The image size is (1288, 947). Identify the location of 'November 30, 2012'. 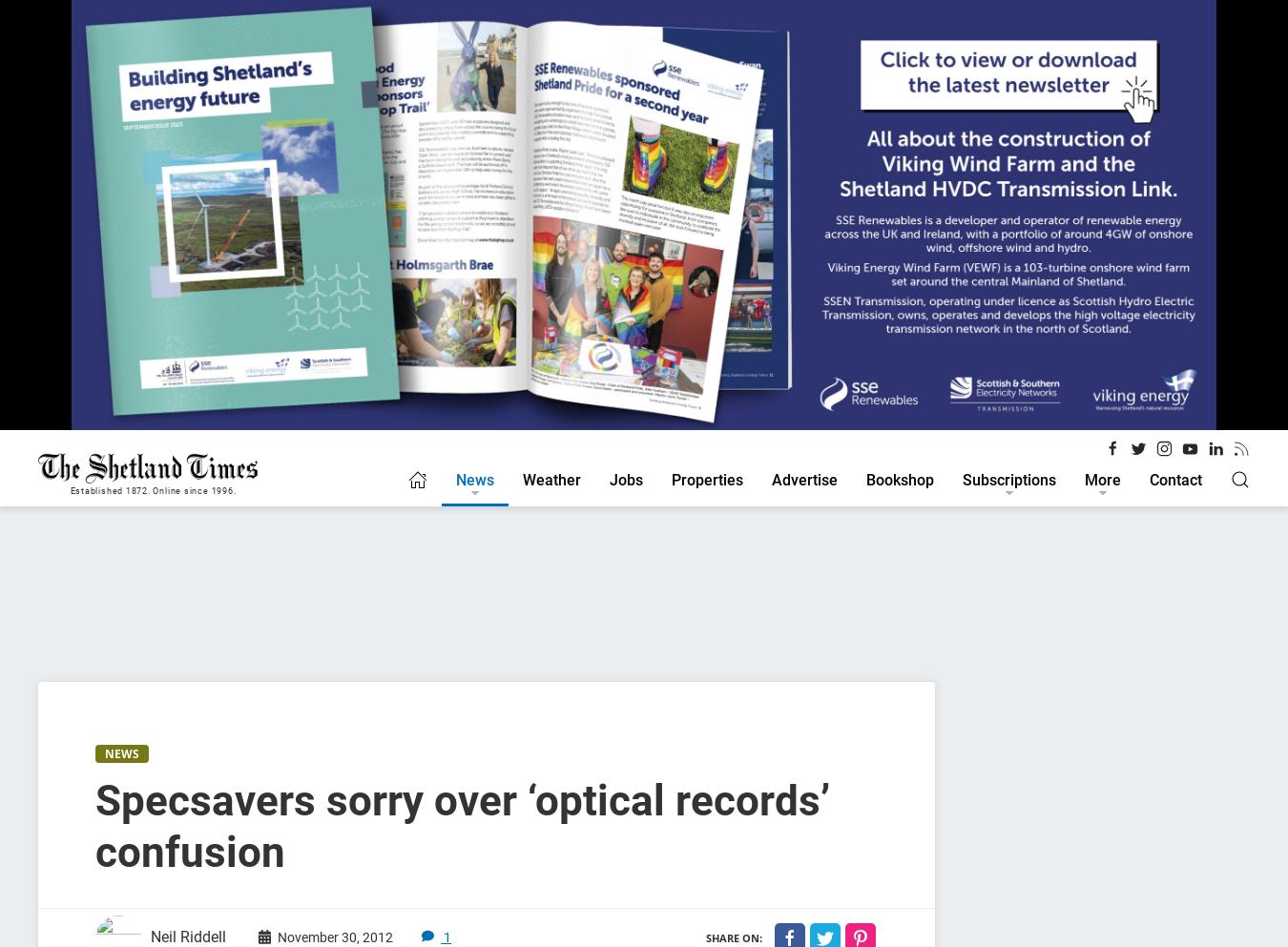
(335, 936).